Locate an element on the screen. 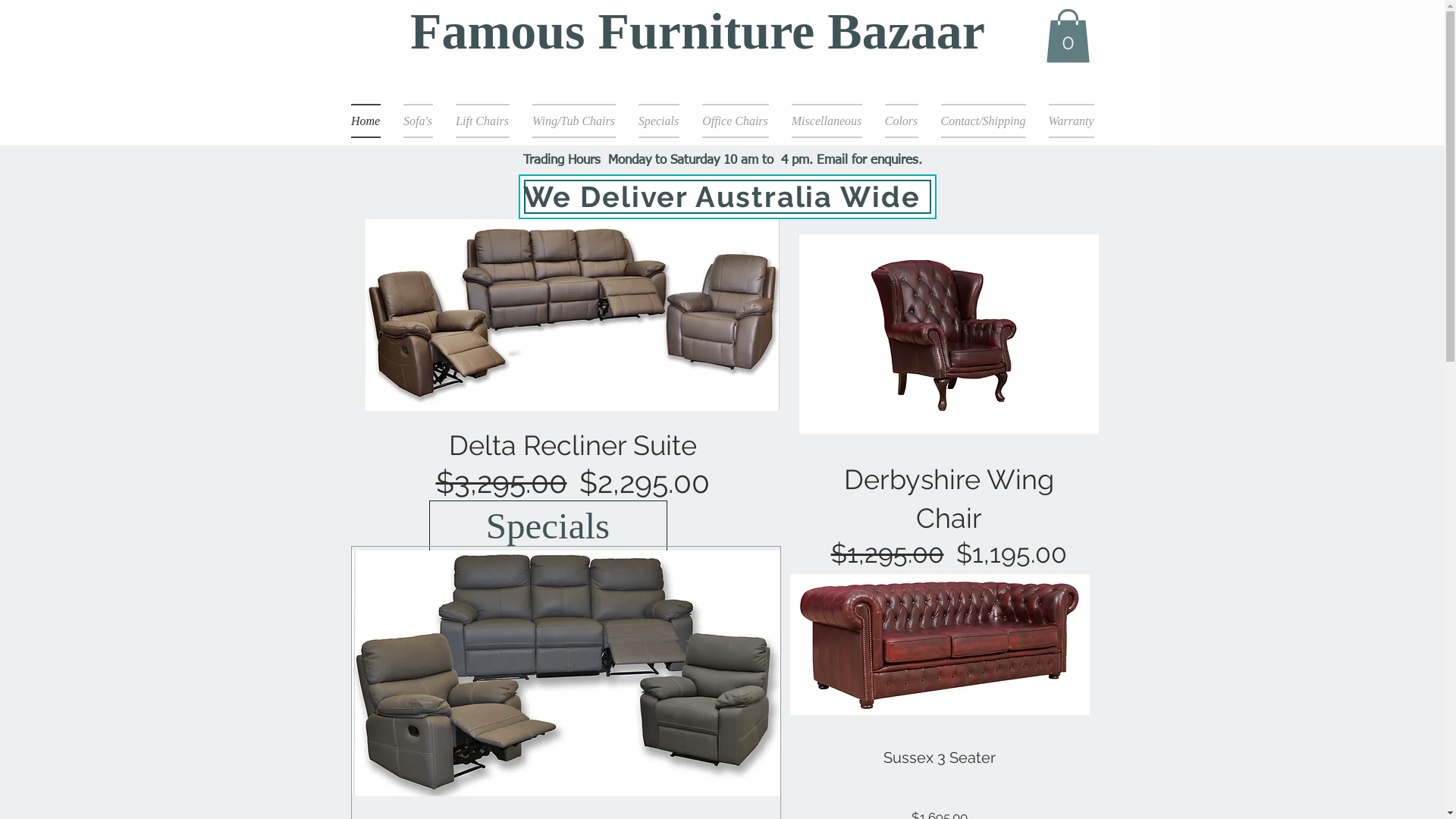 This screenshot has width=1456, height=819. 'Home' is located at coordinates (371, 120).